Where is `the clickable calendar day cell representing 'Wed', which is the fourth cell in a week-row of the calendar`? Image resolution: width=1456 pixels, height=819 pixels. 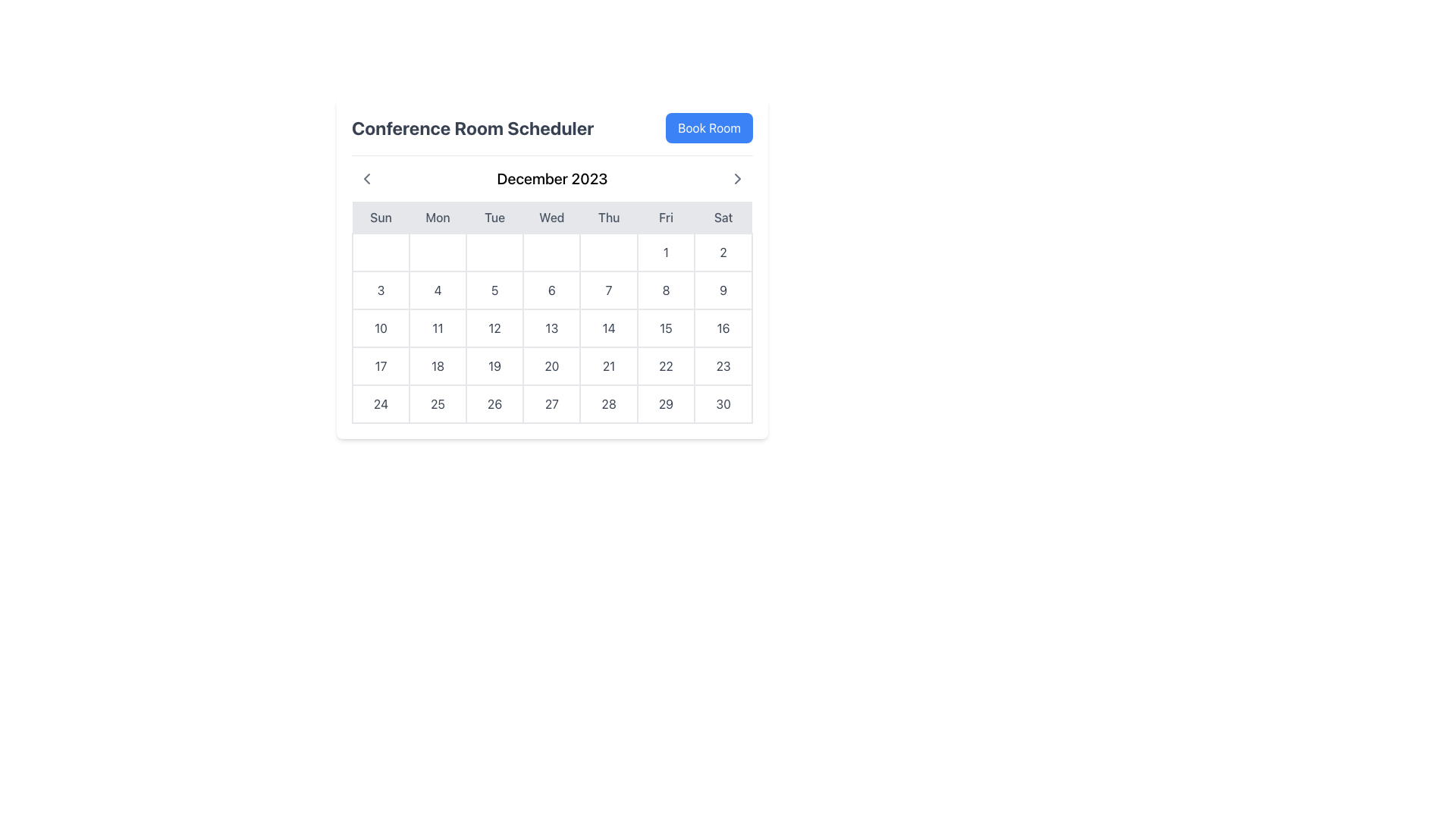
the clickable calendar day cell representing 'Wed', which is the fourth cell in a week-row of the calendar is located at coordinates (551, 251).